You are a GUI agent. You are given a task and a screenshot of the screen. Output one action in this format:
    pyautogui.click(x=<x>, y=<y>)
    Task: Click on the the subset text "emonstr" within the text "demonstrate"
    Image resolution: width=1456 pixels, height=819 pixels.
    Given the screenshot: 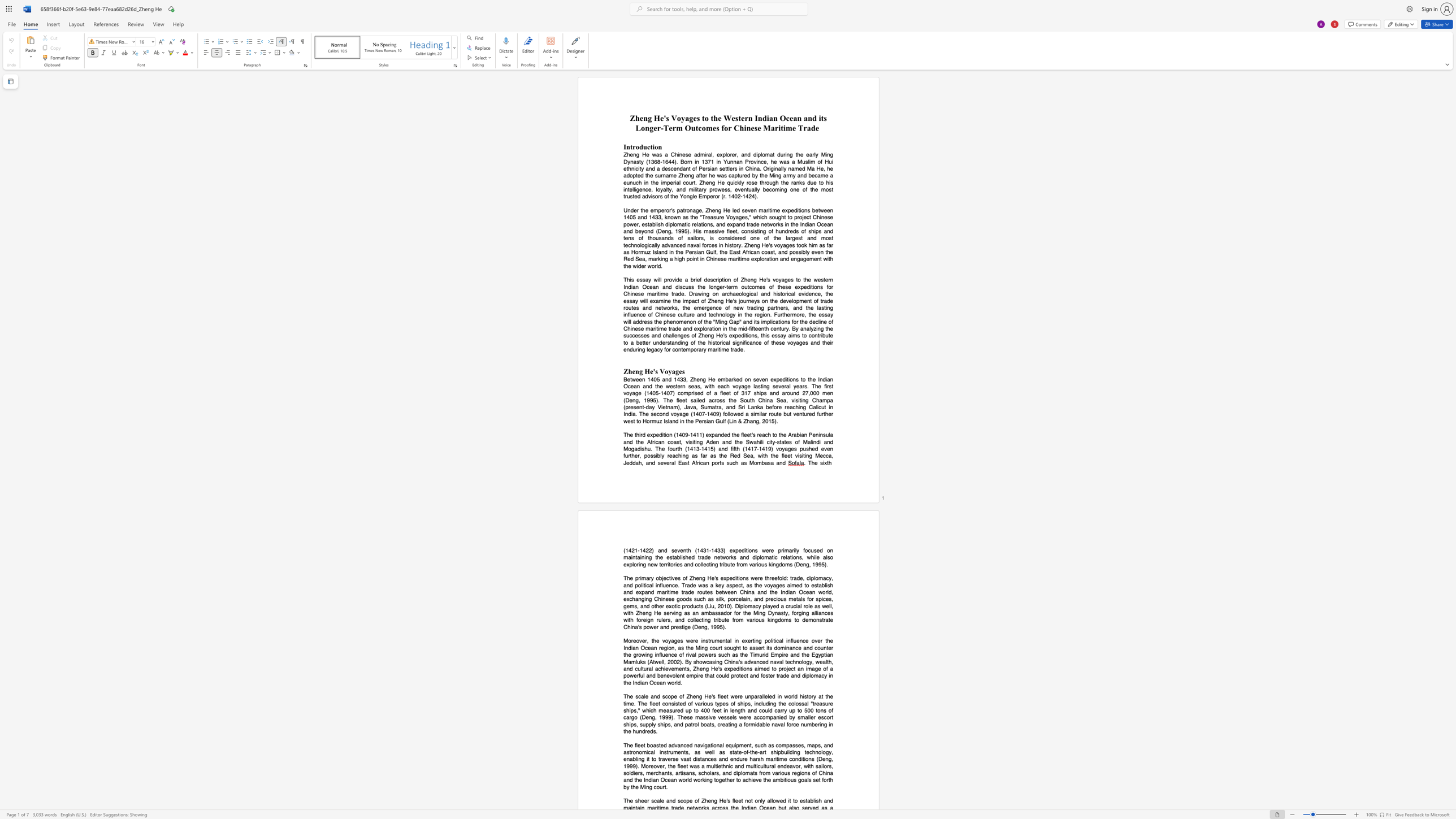 What is the action you would take?
    pyautogui.click(x=805, y=619)
    